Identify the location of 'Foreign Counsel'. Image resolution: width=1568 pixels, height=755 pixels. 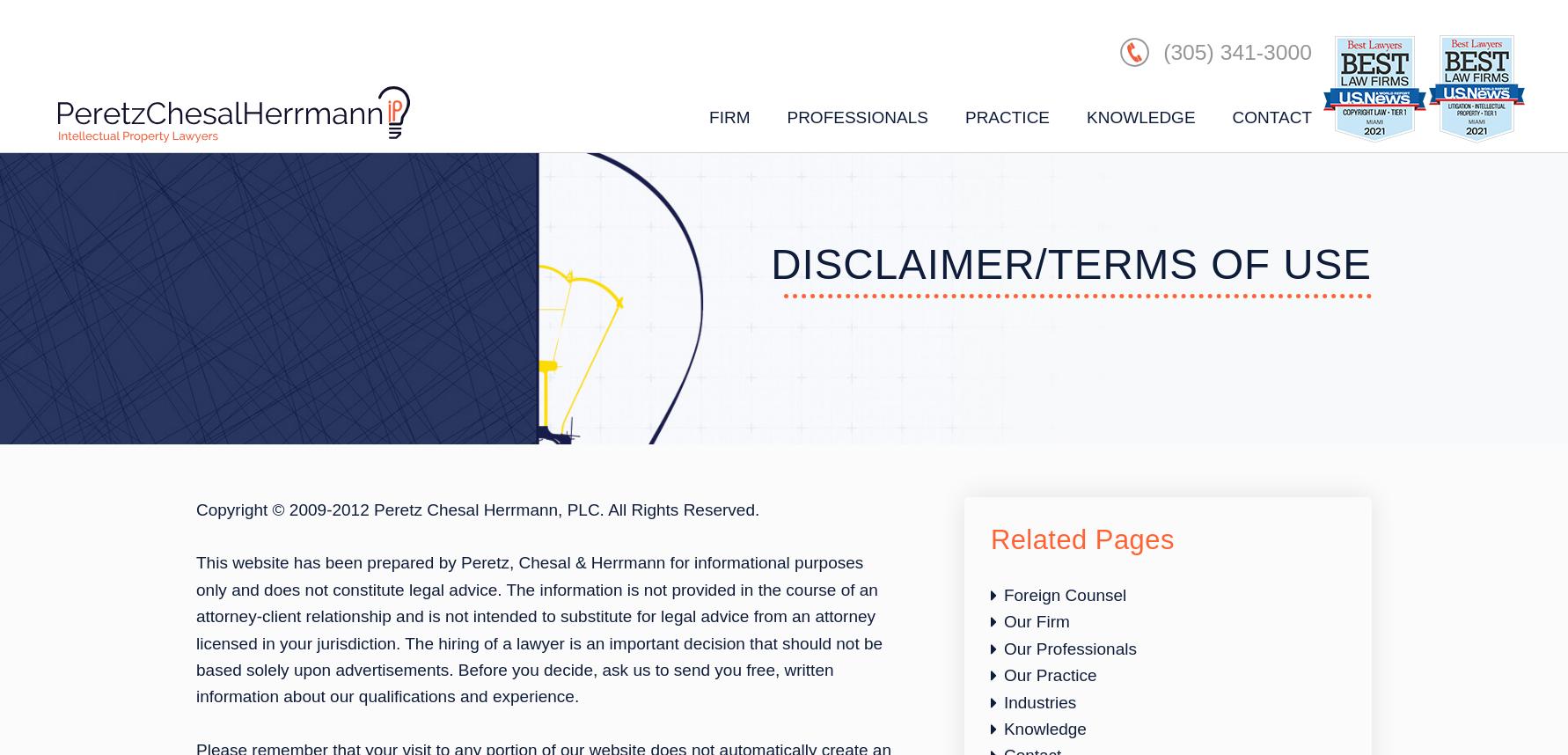
(1063, 594).